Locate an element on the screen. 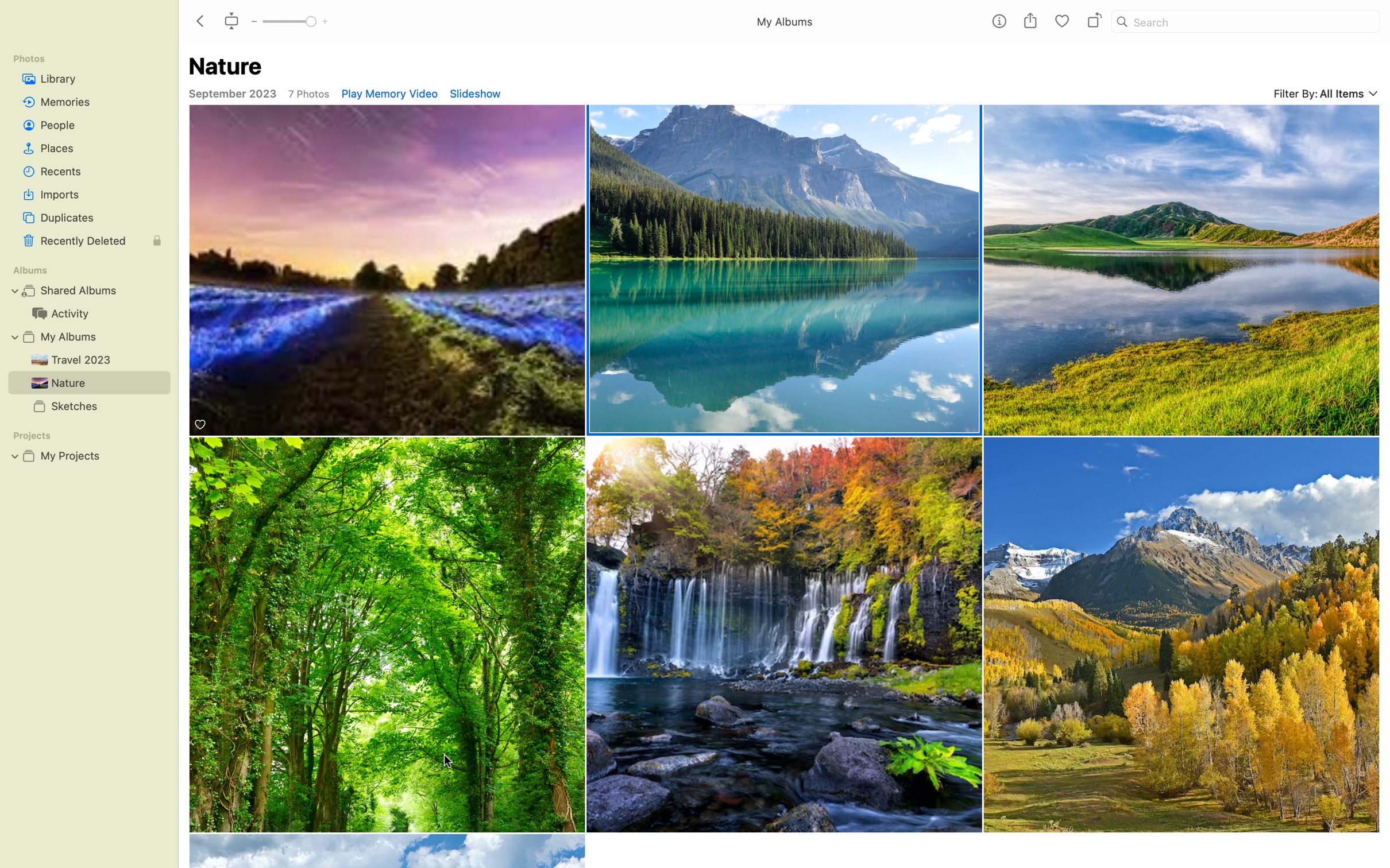 This screenshot has height=868, width=1390. Go to the Travel album and scroll down to see all pictures is located at coordinates (87, 358).